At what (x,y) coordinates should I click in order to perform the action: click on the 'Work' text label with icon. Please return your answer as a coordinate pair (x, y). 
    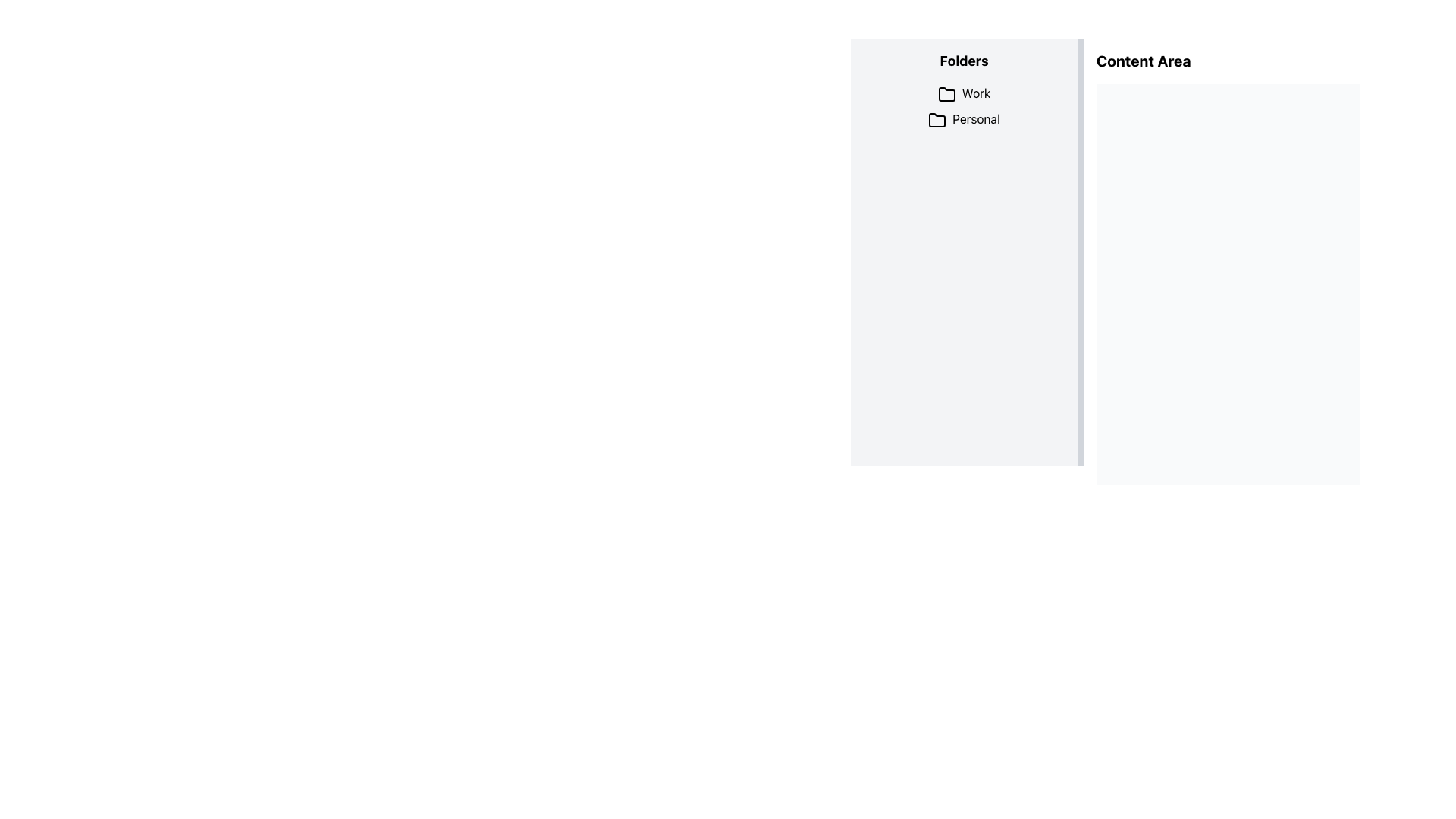
    Looking at the image, I should click on (963, 93).